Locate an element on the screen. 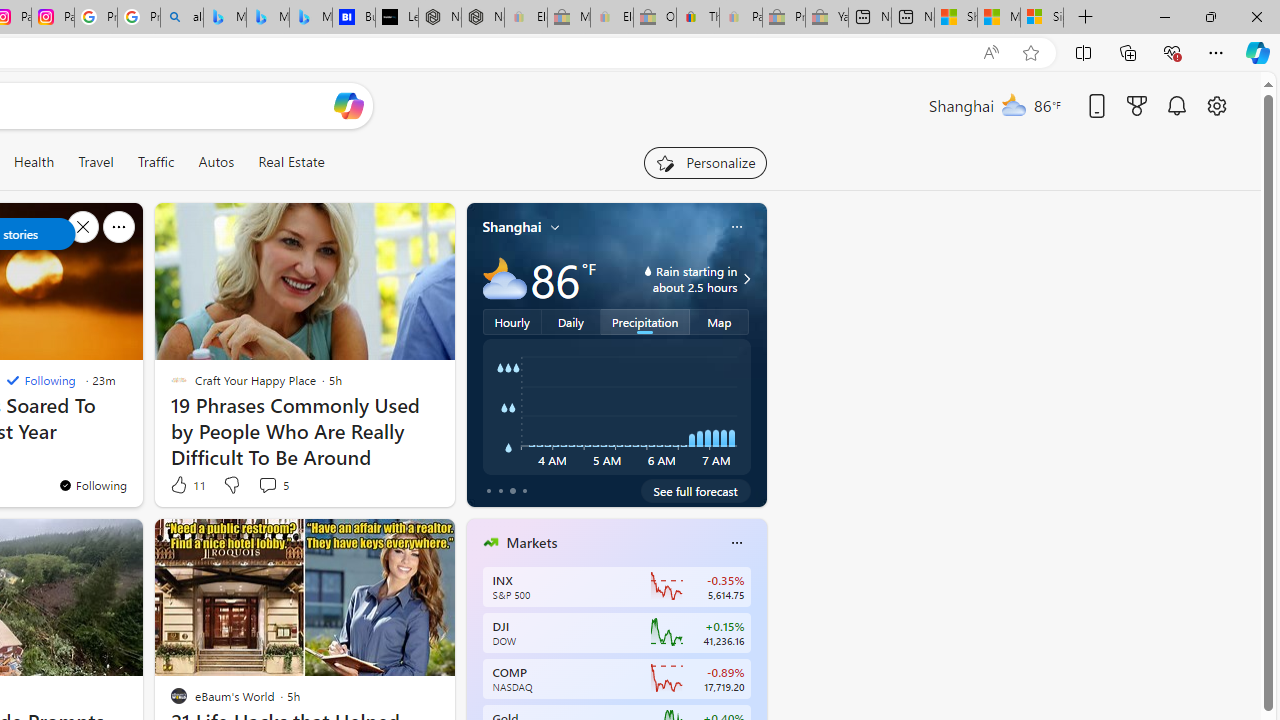 This screenshot has width=1280, height=720. 'Following' is located at coordinates (40, 380).